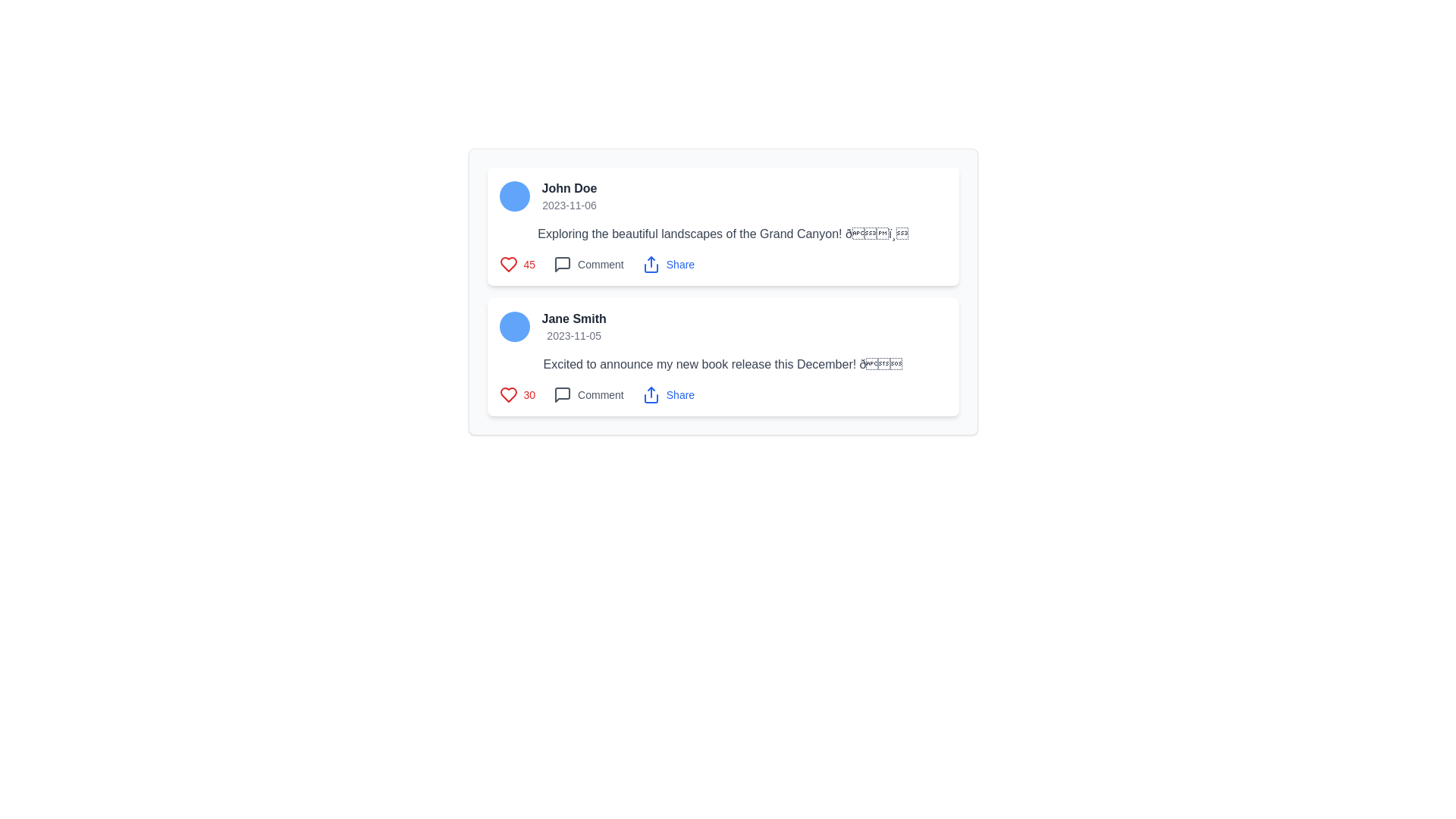 The width and height of the screenshot is (1456, 819). I want to click on properties of the composite element displaying user metadata, which includes a profile picture, heading, and subheading, located at the top of the white card, so click(722, 195).